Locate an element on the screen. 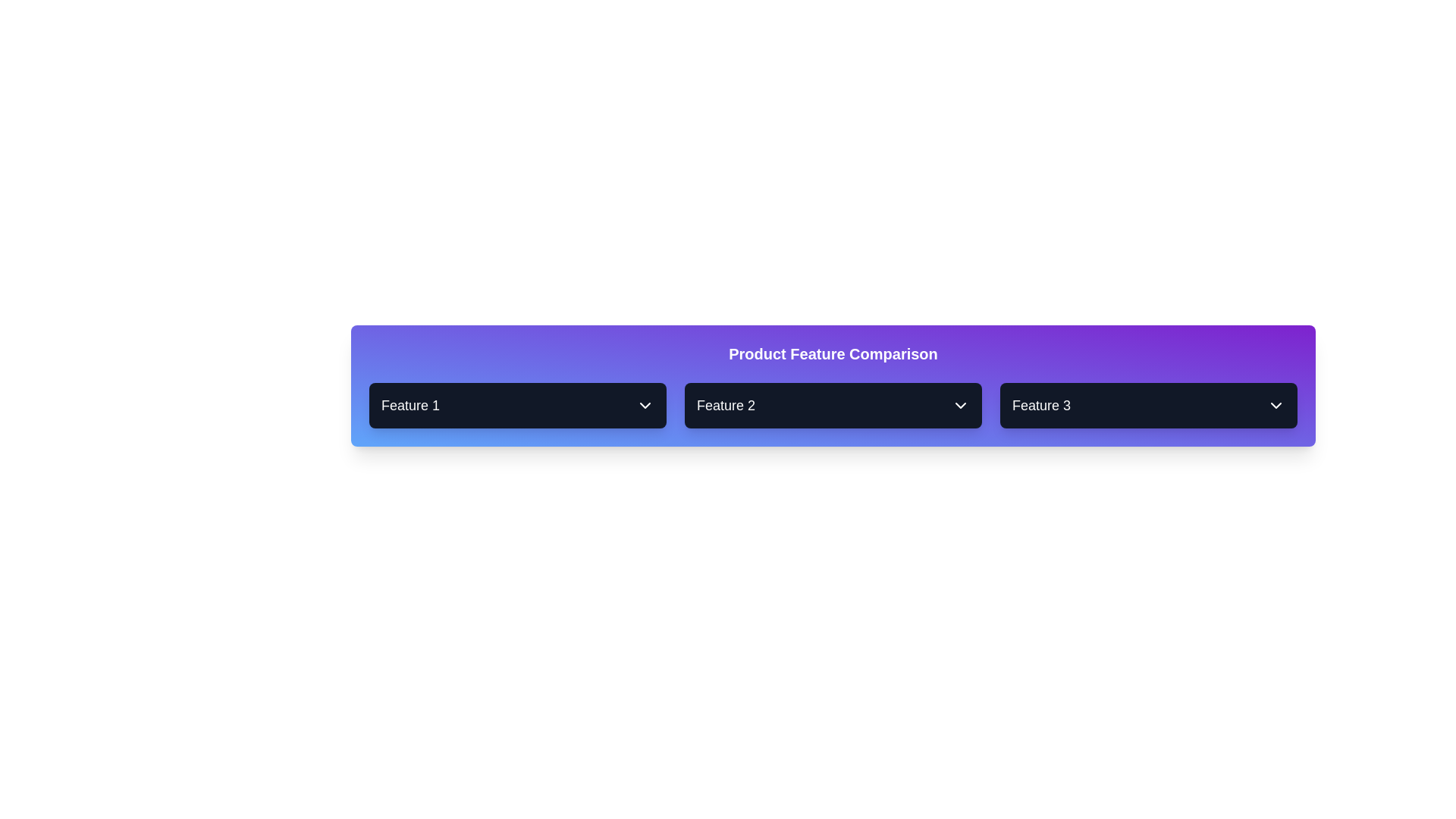 Image resolution: width=1456 pixels, height=819 pixels. the downwards-pointing chevron icon located on the far-right side of the 'Feature 3' dropdown box is located at coordinates (1276, 405).